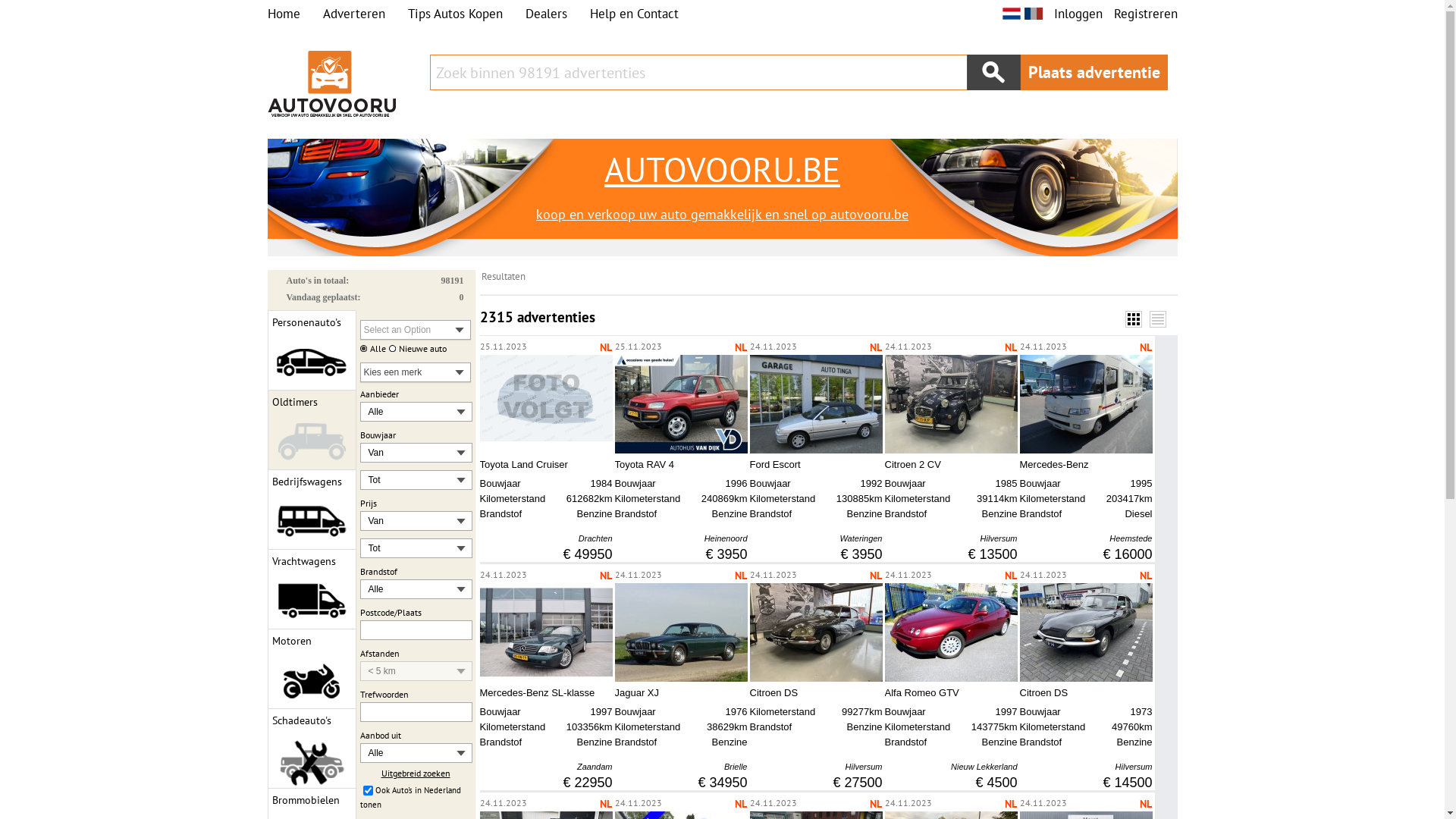 The width and height of the screenshot is (1456, 819). What do you see at coordinates (405, 670) in the screenshot?
I see `'< 5 km'` at bounding box center [405, 670].